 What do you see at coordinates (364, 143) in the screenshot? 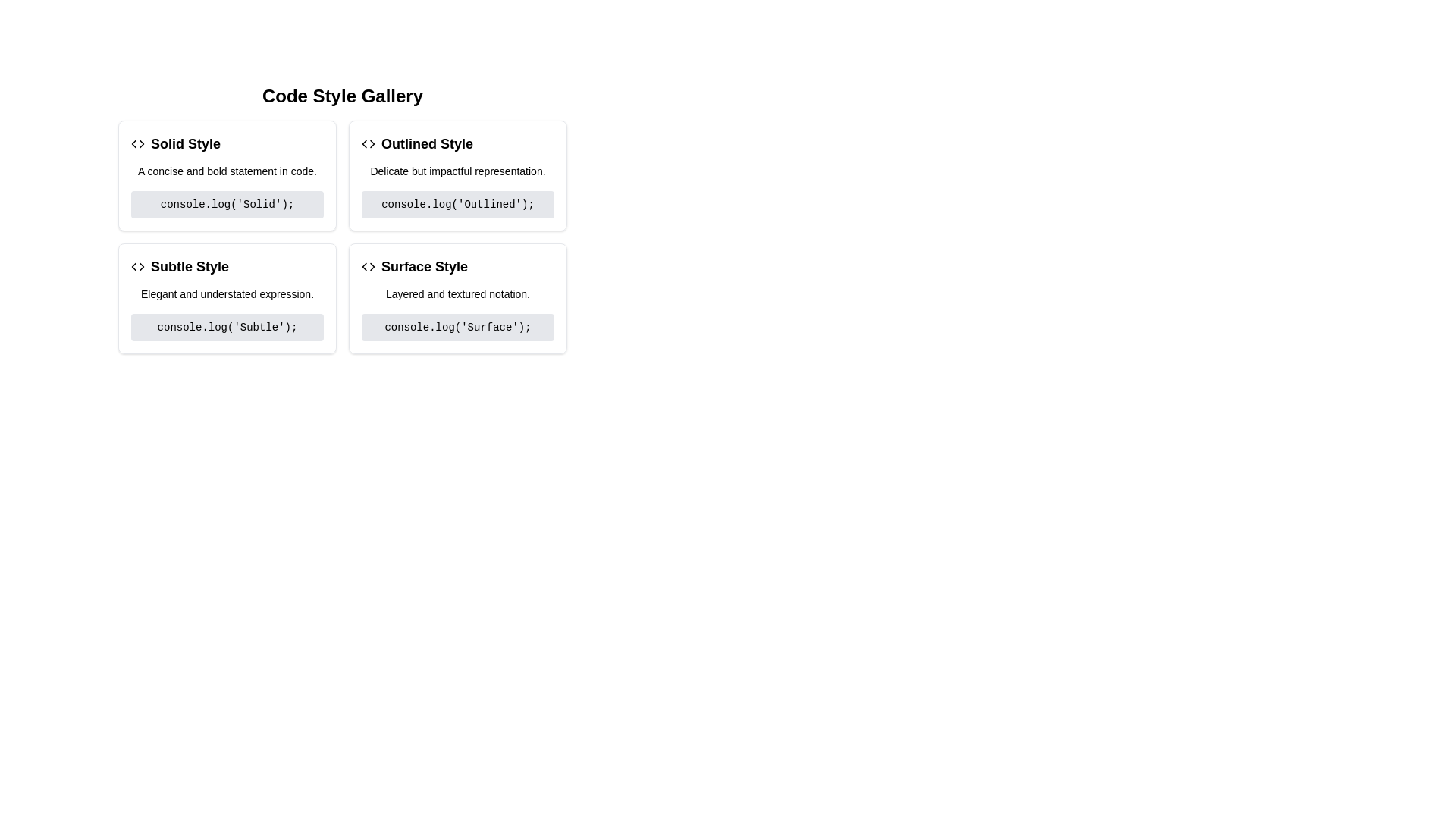
I see `the left-pointing arrow icon in the 'Outlined Style' section of the interface` at bounding box center [364, 143].